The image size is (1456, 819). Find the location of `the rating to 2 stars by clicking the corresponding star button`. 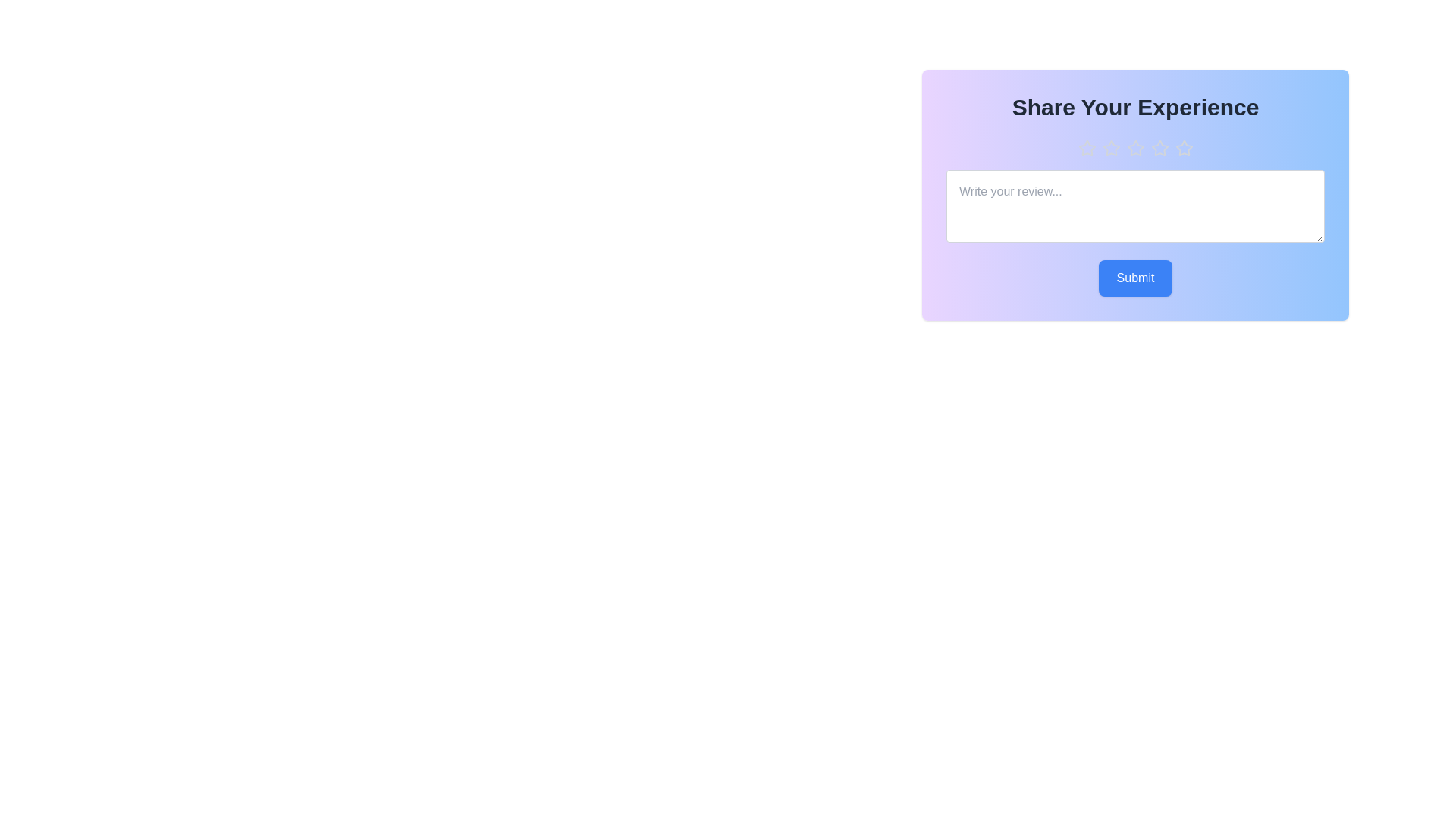

the rating to 2 stars by clicking the corresponding star button is located at coordinates (1111, 149).